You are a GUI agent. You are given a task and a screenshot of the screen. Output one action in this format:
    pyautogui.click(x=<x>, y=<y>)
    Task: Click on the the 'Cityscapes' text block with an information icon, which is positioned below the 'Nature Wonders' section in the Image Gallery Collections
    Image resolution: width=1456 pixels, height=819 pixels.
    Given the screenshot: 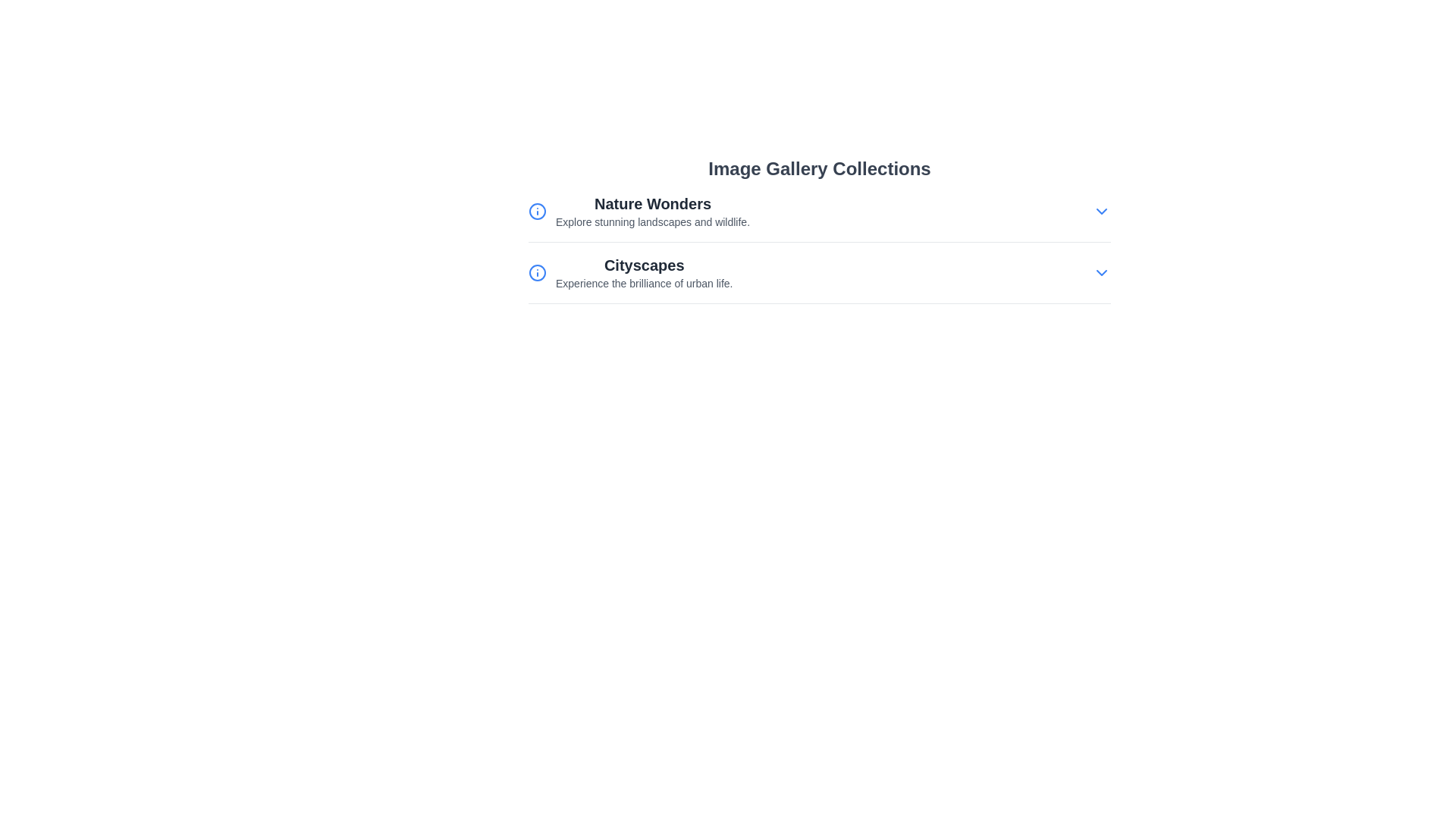 What is the action you would take?
    pyautogui.click(x=630, y=271)
    